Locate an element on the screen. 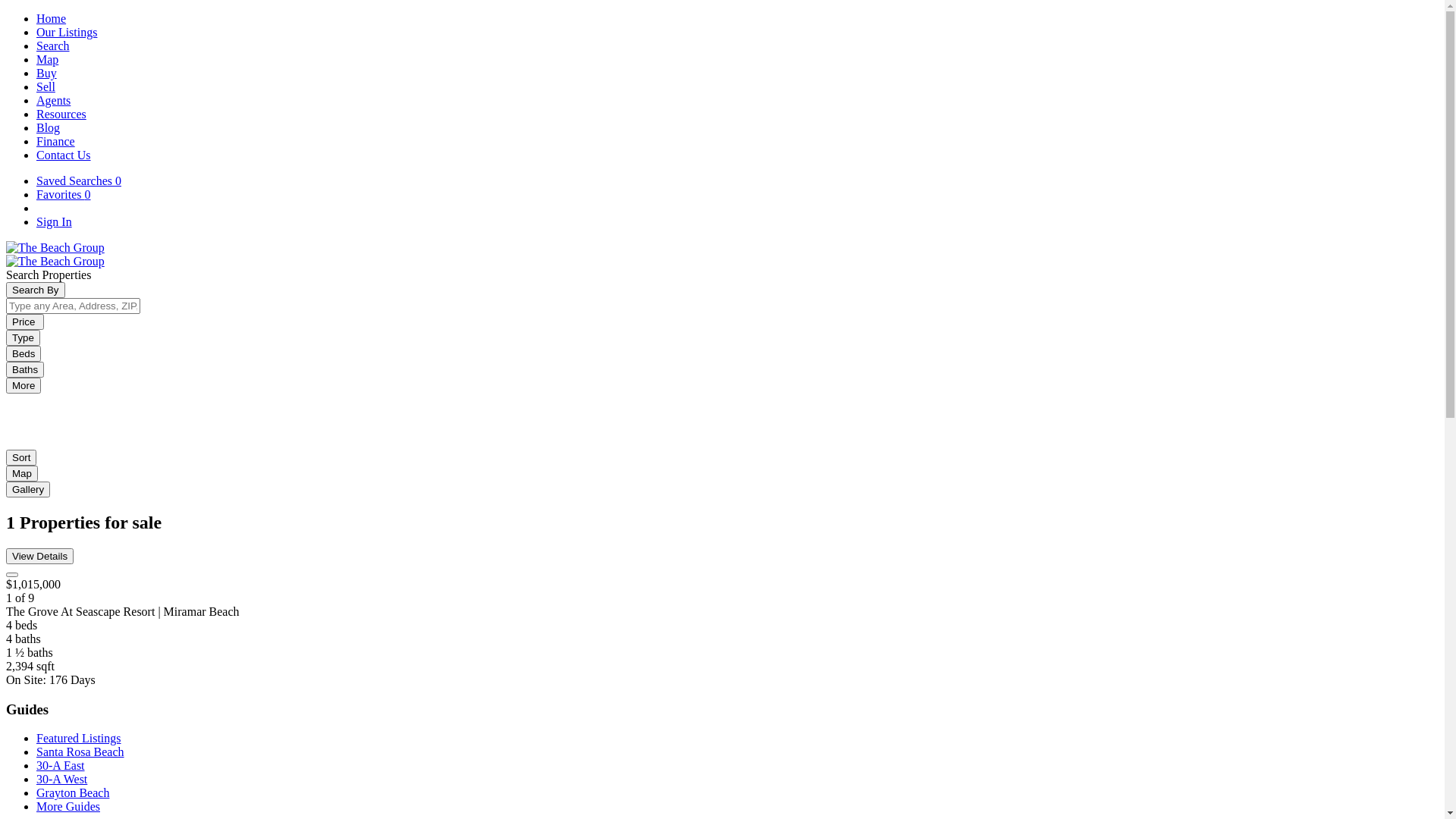 The height and width of the screenshot is (819, 1456). 'Our Listings' is located at coordinates (65, 32).